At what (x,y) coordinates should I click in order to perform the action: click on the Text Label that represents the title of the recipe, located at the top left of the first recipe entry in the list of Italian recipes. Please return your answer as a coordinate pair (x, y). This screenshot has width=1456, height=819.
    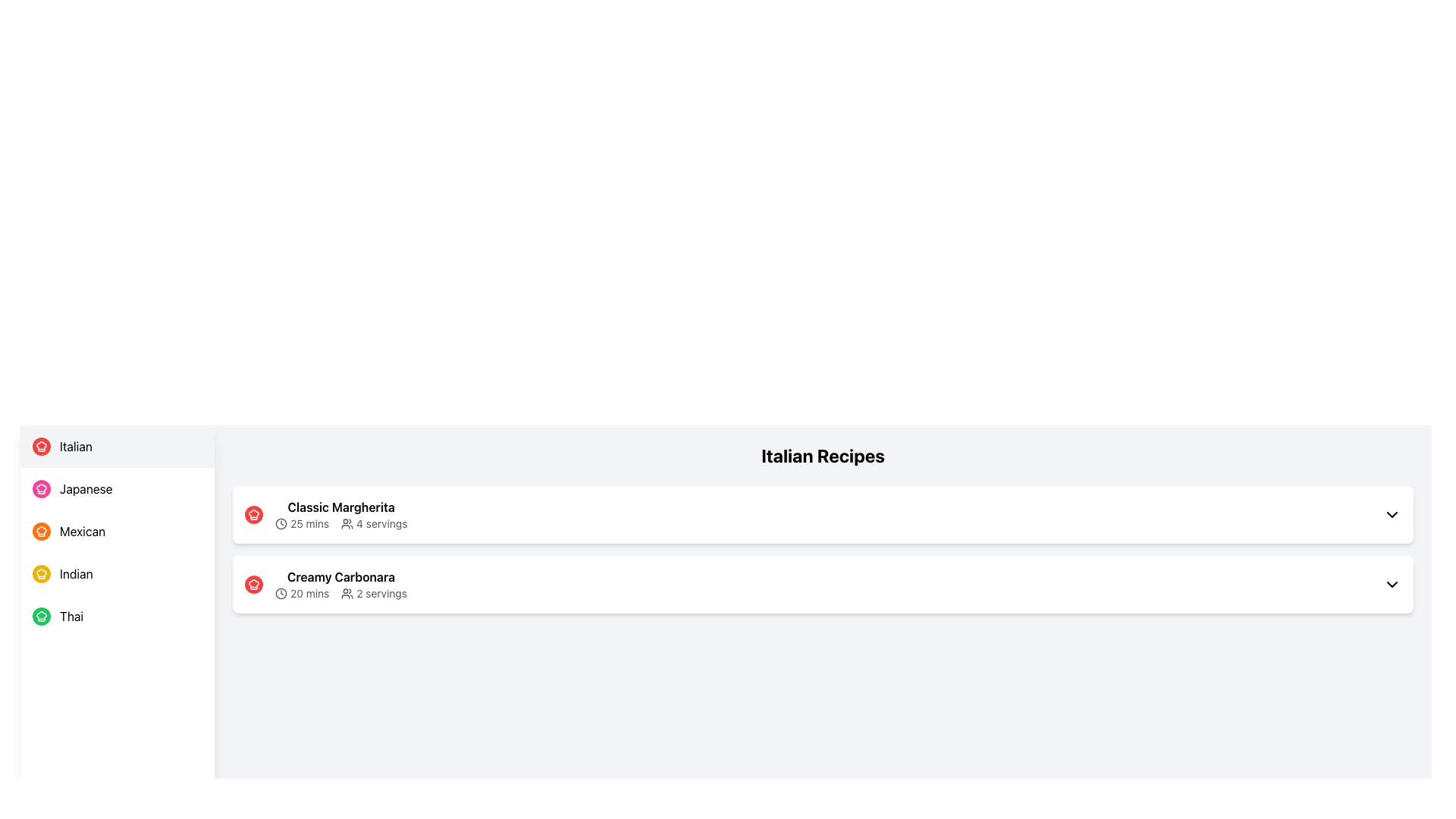
    Looking at the image, I should click on (340, 507).